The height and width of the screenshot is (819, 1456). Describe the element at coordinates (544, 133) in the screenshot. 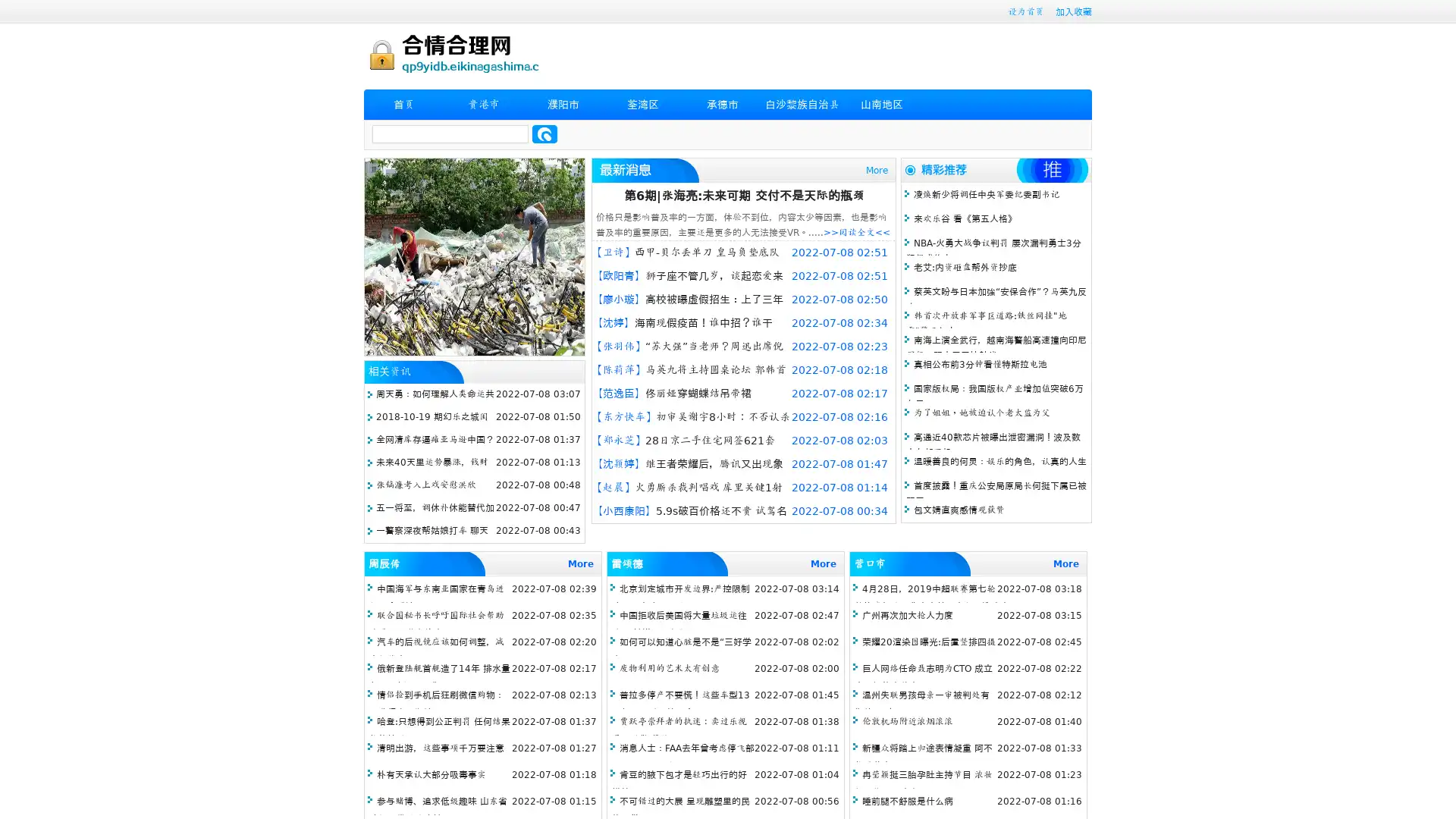

I see `Search` at that location.